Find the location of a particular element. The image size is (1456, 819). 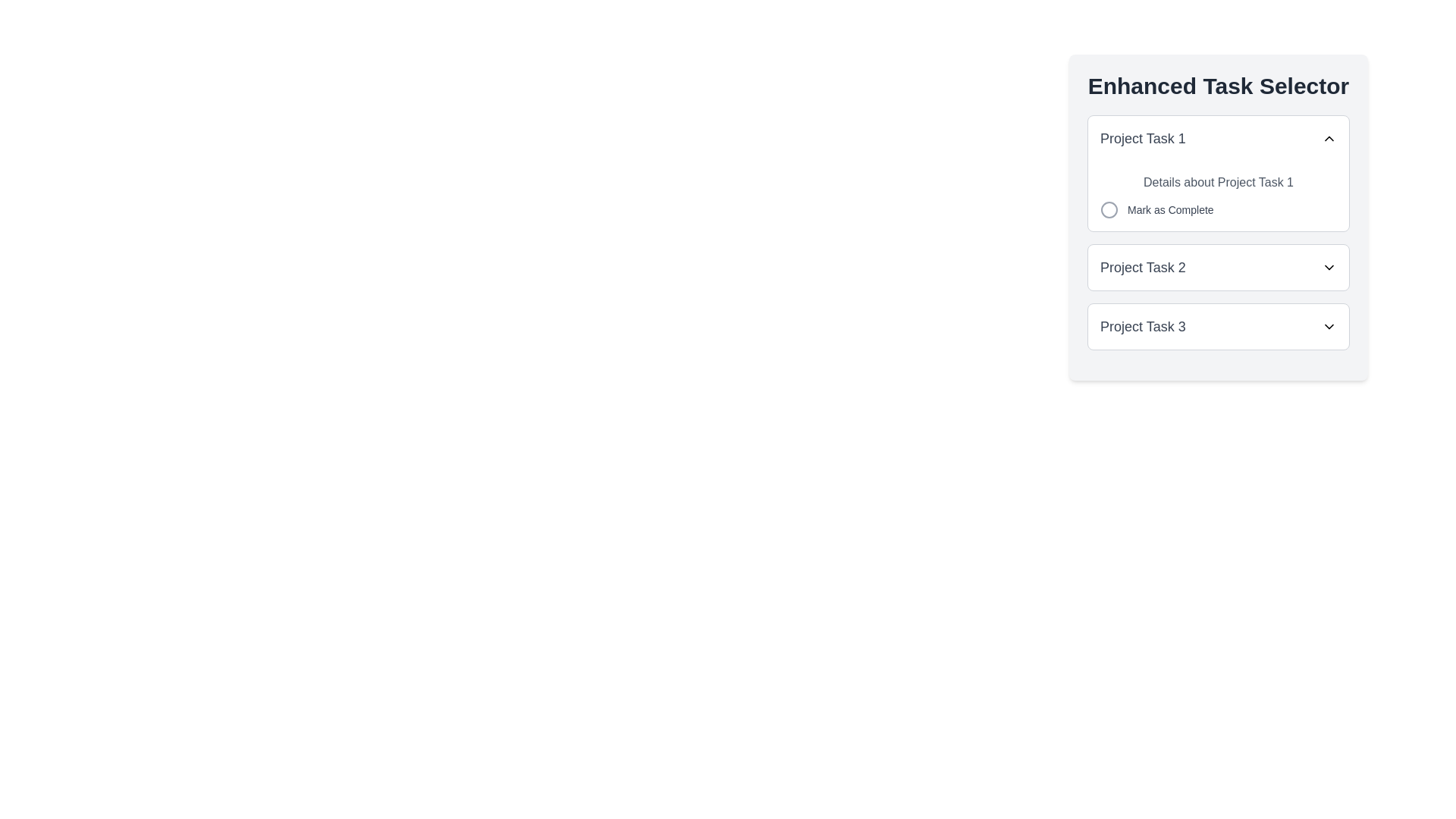

the Task segment titled 'Project Task 1' is located at coordinates (1219, 233).